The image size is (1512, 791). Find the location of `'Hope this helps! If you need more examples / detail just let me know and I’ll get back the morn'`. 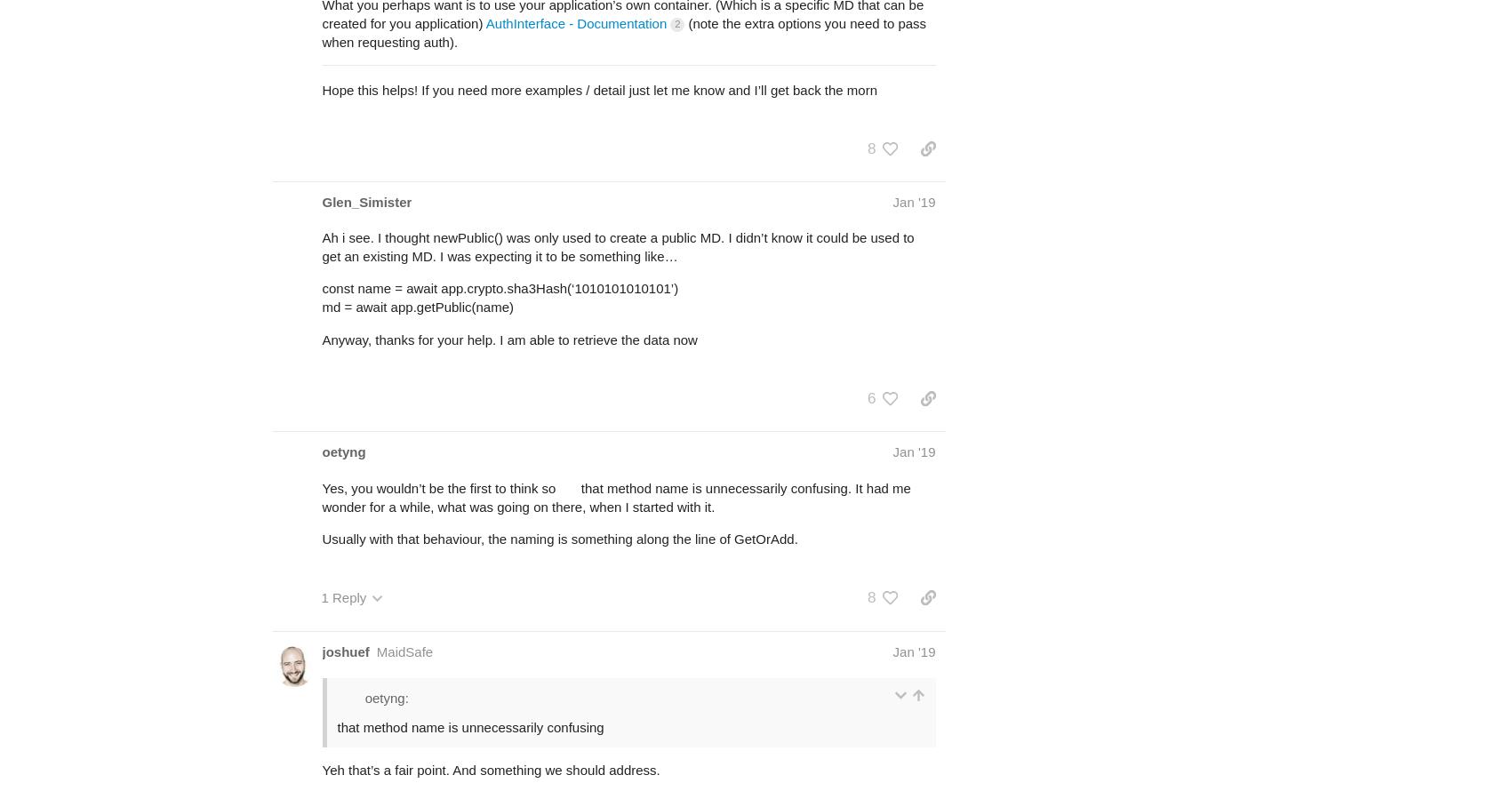

'Hope this helps! If you need more examples / detail just let me know and I’ll get back the morn' is located at coordinates (600, 89).